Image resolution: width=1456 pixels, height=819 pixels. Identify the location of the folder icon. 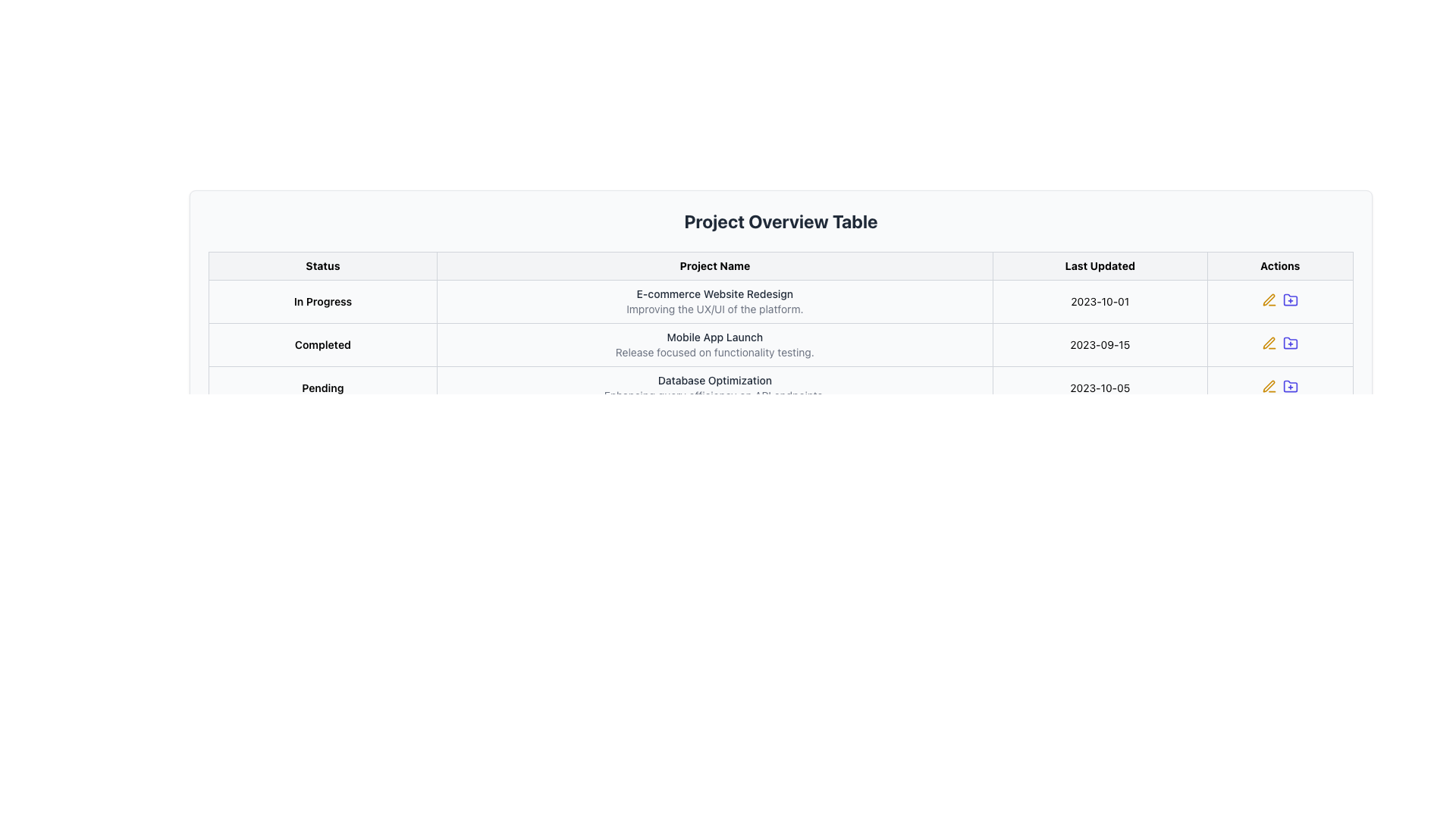
(1290, 343).